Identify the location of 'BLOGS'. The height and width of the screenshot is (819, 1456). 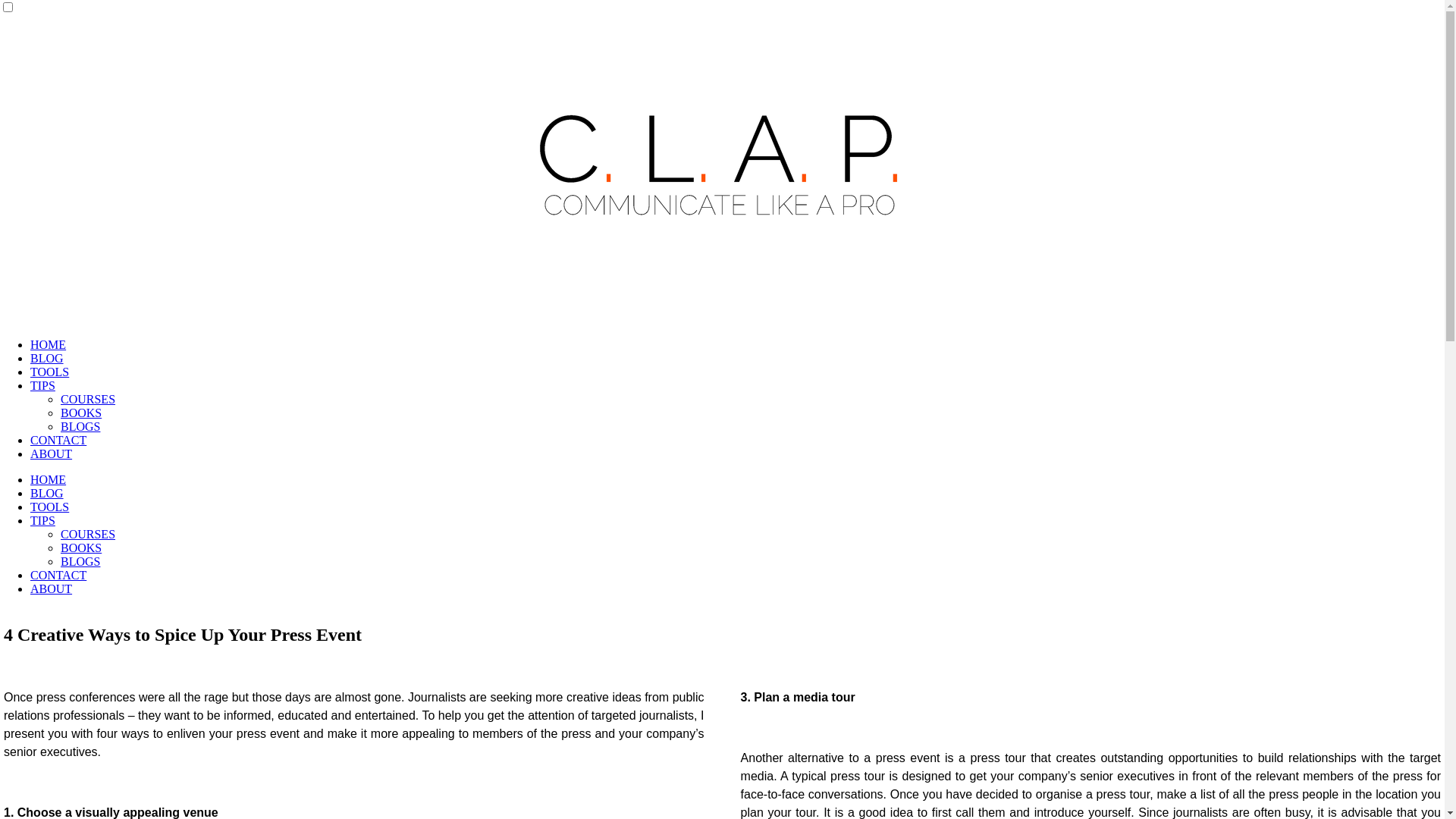
(79, 426).